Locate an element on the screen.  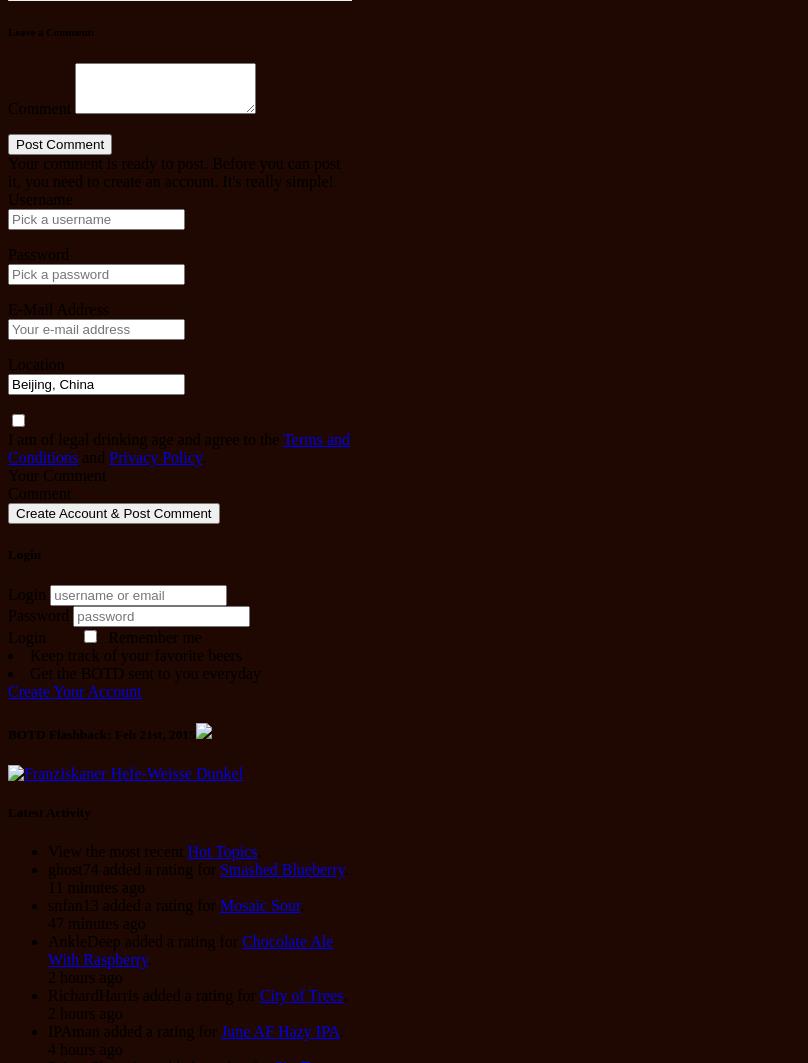
'Keep track of your favorite beers' is located at coordinates (134, 653).